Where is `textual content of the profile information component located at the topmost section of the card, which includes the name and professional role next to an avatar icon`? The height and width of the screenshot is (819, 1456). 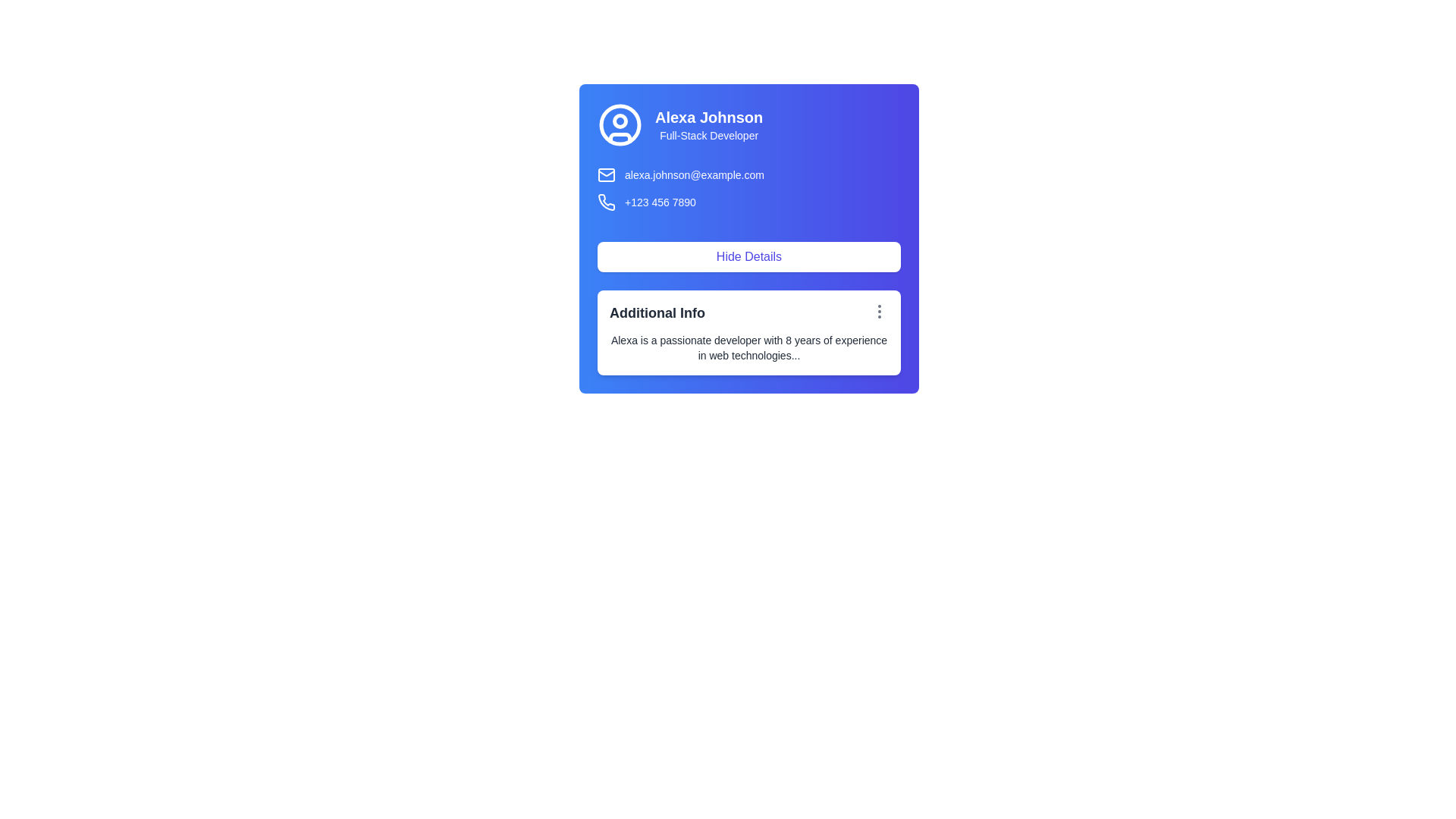 textual content of the profile information component located at the topmost section of the card, which includes the name and professional role next to an avatar icon is located at coordinates (749, 124).